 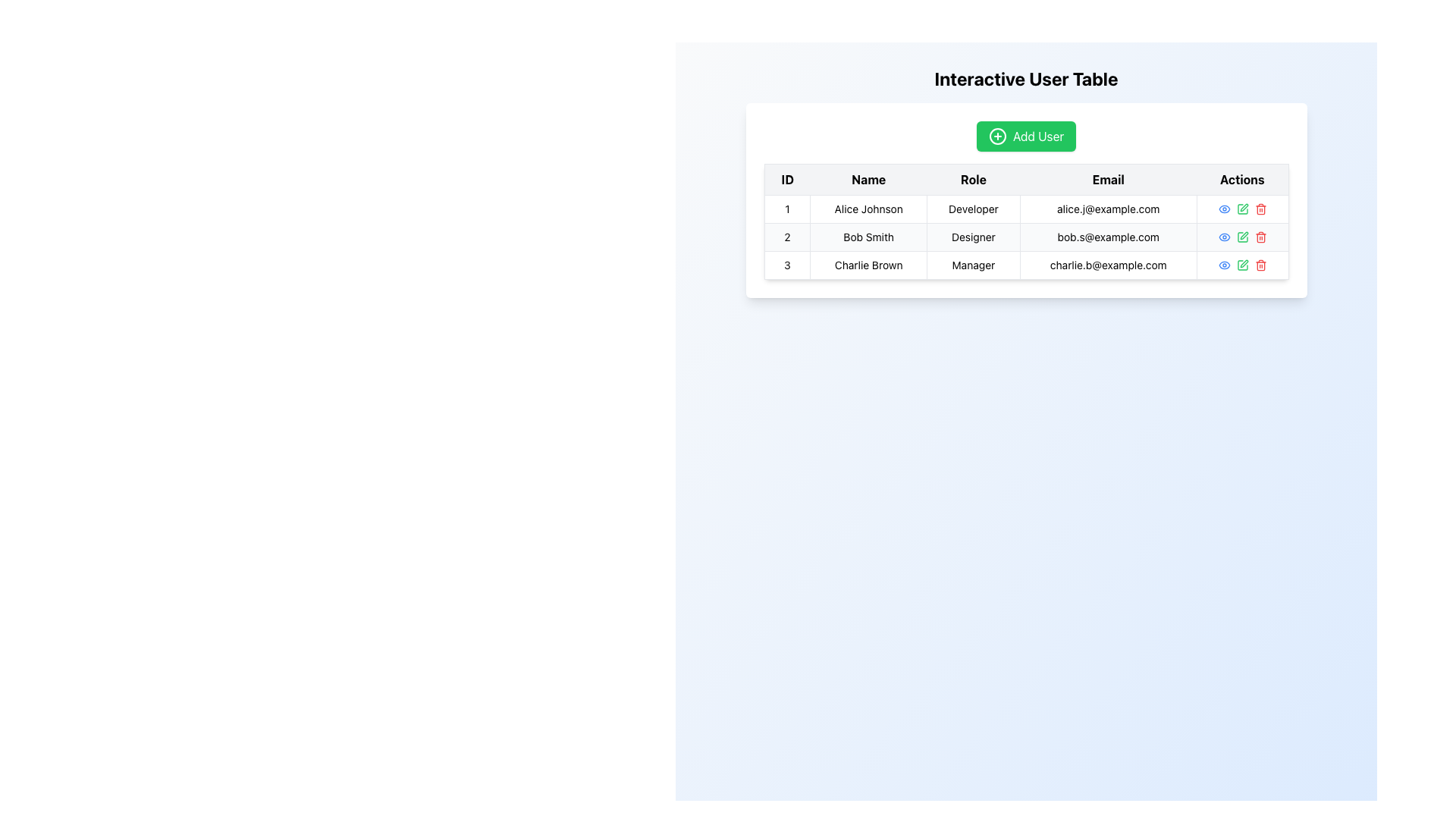 I want to click on the third row in the user data table that displays the ID '3', name 'Charlie Brown', role 'Manager', and email 'charlie.b@example.com', so click(x=1026, y=265).